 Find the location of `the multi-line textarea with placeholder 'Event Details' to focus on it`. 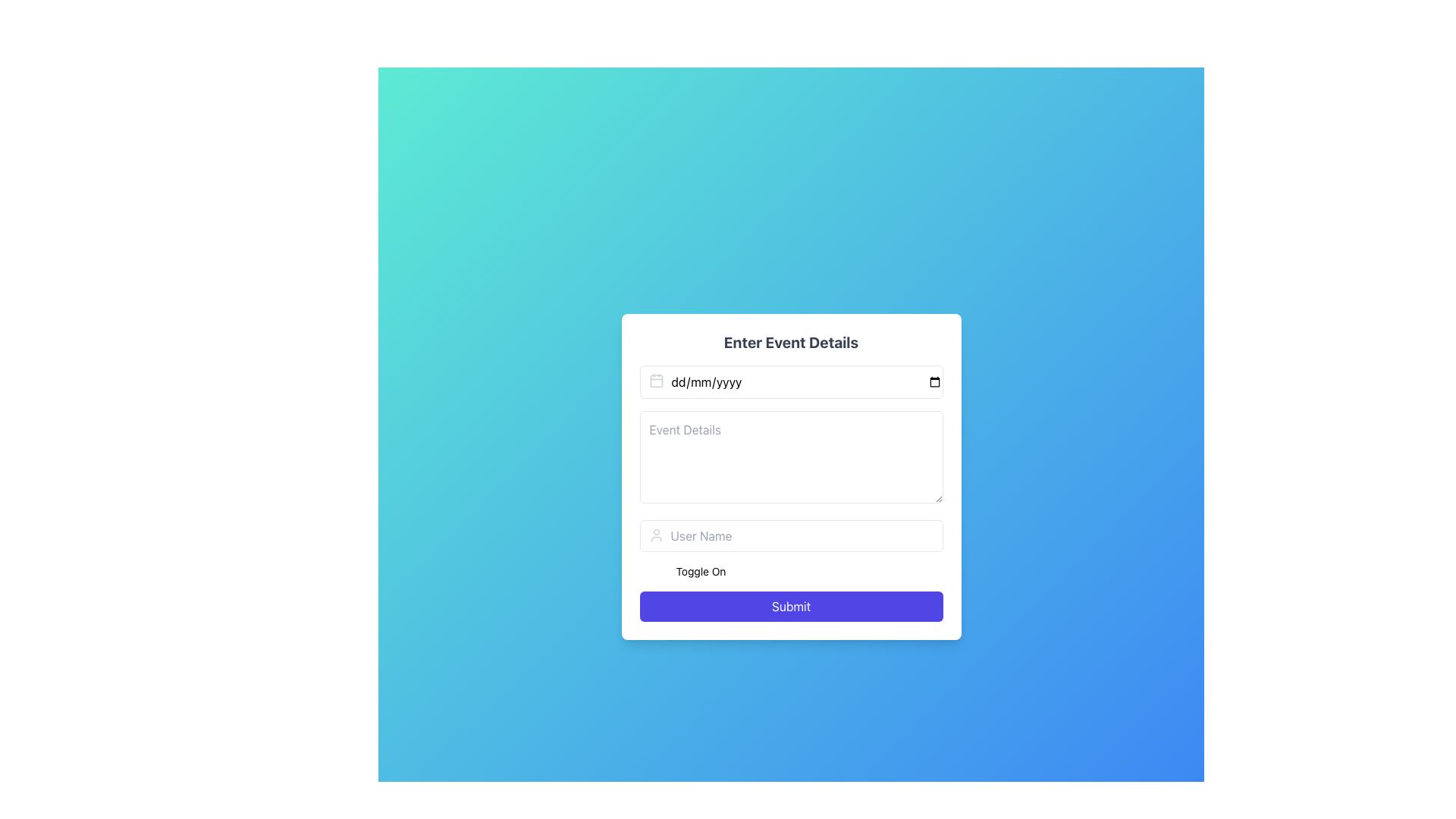

the multi-line textarea with placeholder 'Event Details' to focus on it is located at coordinates (790, 458).